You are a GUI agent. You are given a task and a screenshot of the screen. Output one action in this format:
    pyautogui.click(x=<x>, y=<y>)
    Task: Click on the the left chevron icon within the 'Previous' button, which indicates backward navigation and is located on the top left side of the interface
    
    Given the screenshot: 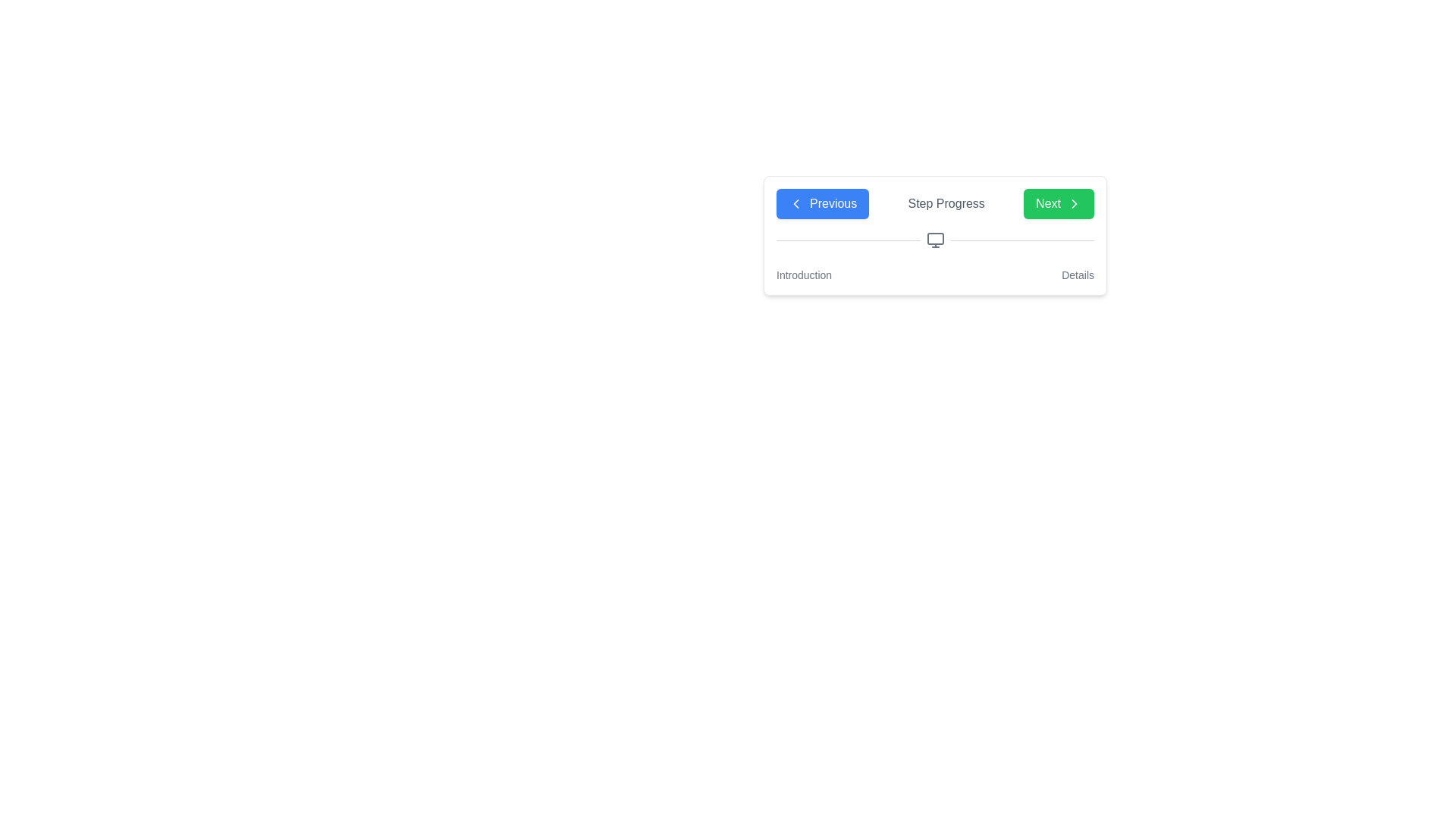 What is the action you would take?
    pyautogui.click(x=795, y=203)
    